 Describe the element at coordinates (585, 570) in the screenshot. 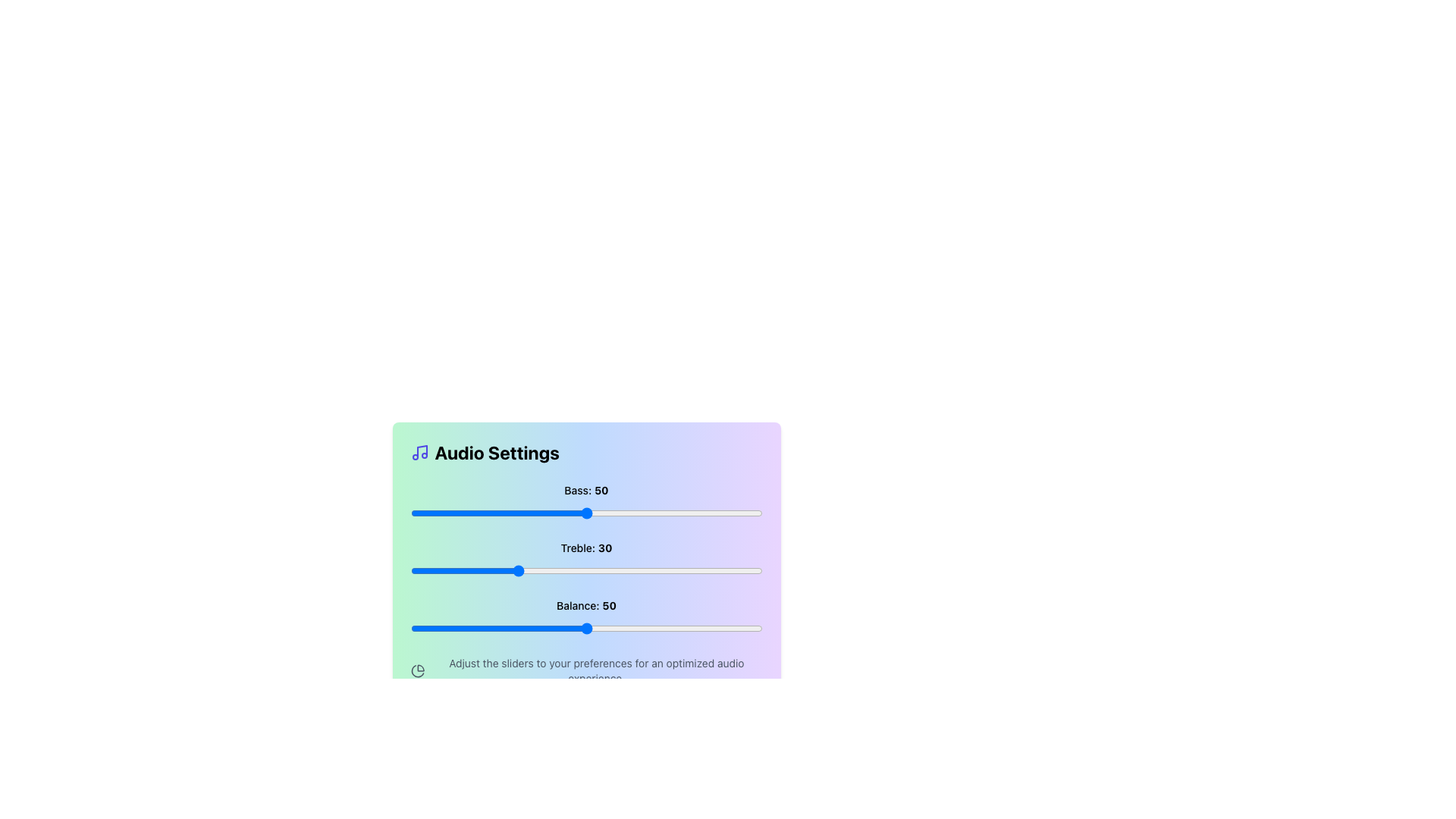

I see `the Treble audio setting slider` at that location.